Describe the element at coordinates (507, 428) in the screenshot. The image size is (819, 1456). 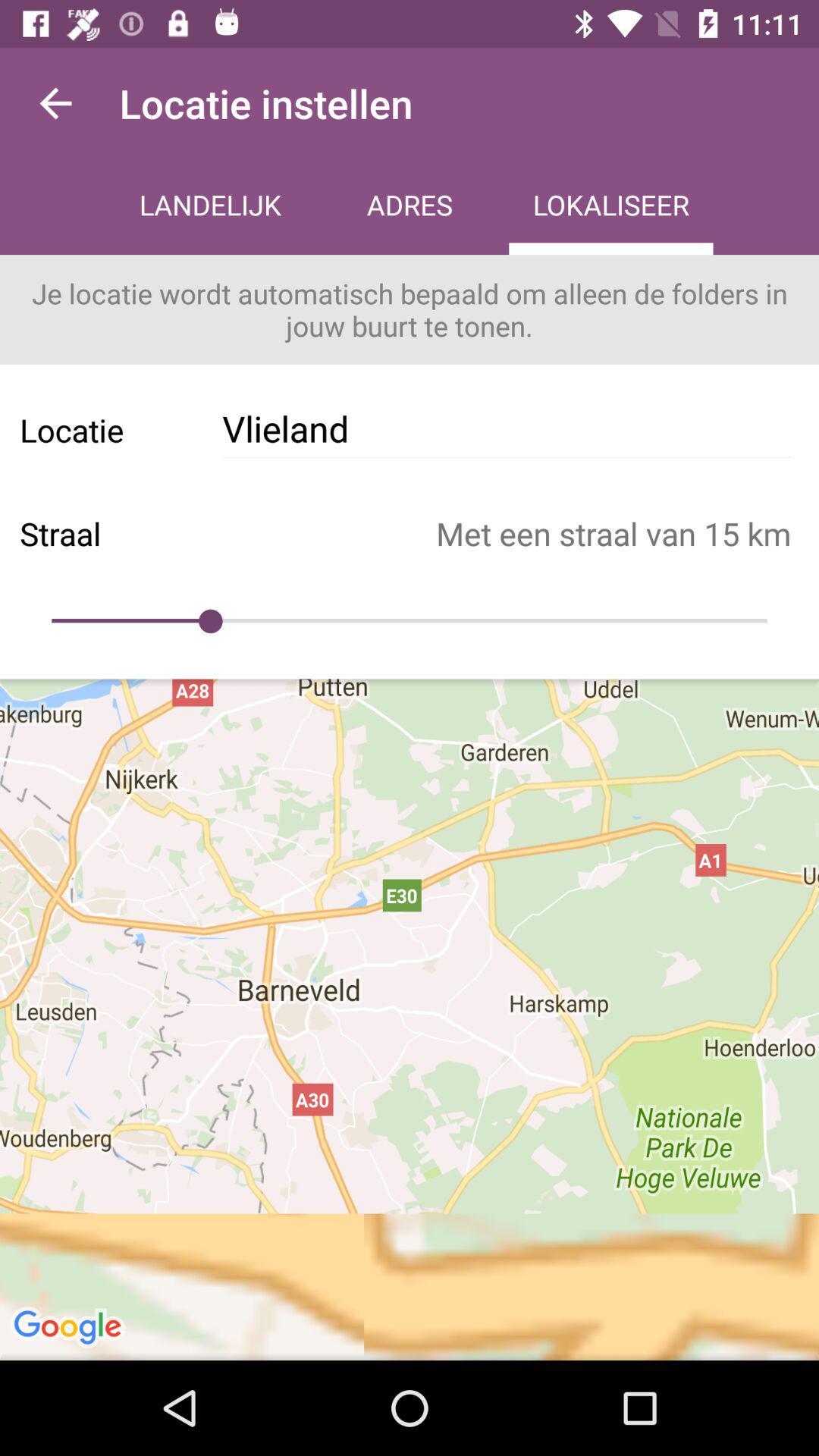
I see `the icon below the je locatie wordt` at that location.